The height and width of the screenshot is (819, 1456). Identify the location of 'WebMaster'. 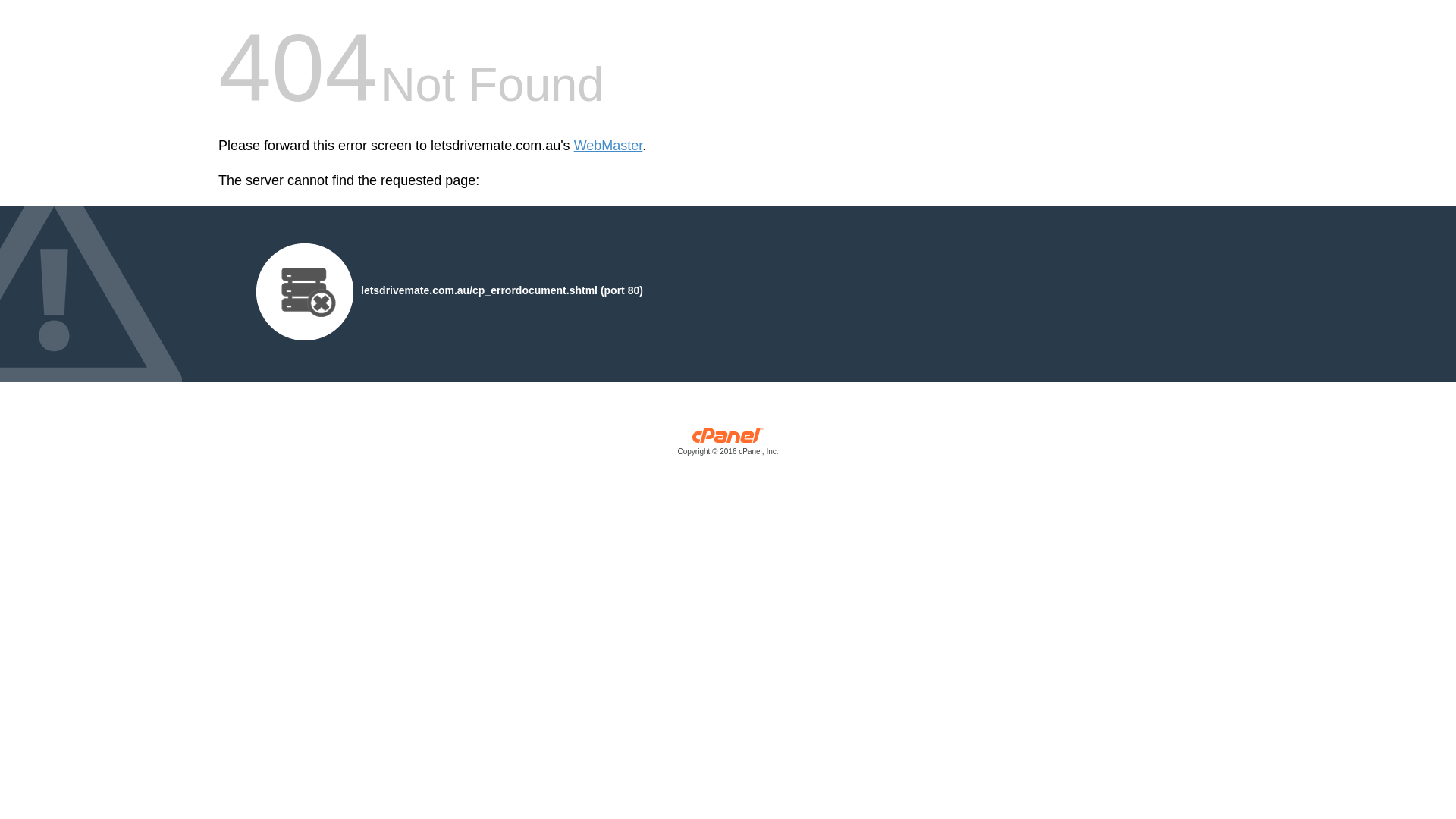
(573, 146).